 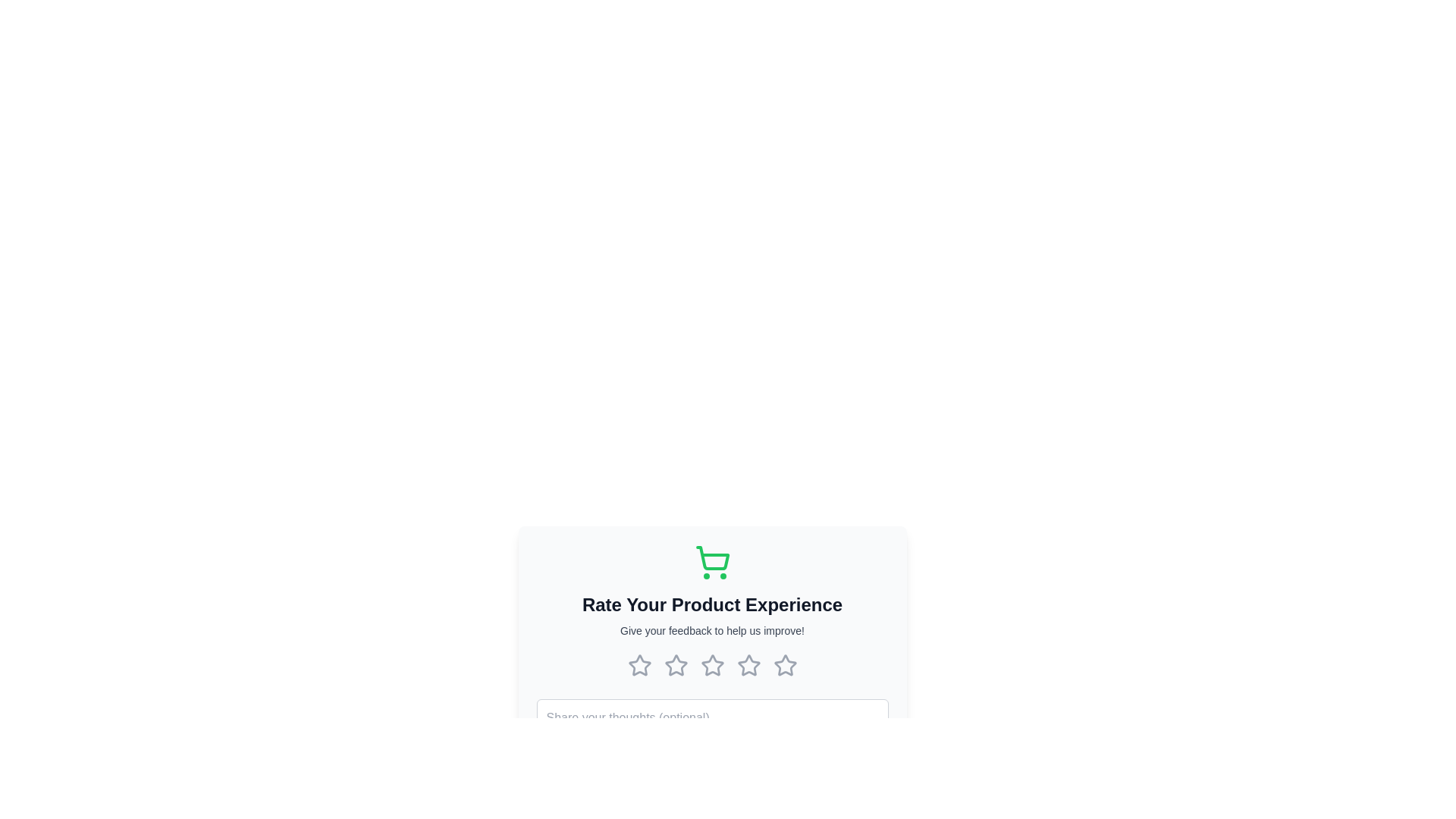 What do you see at coordinates (785, 665) in the screenshot?
I see `the fifth star icon for keyboard interaction` at bounding box center [785, 665].